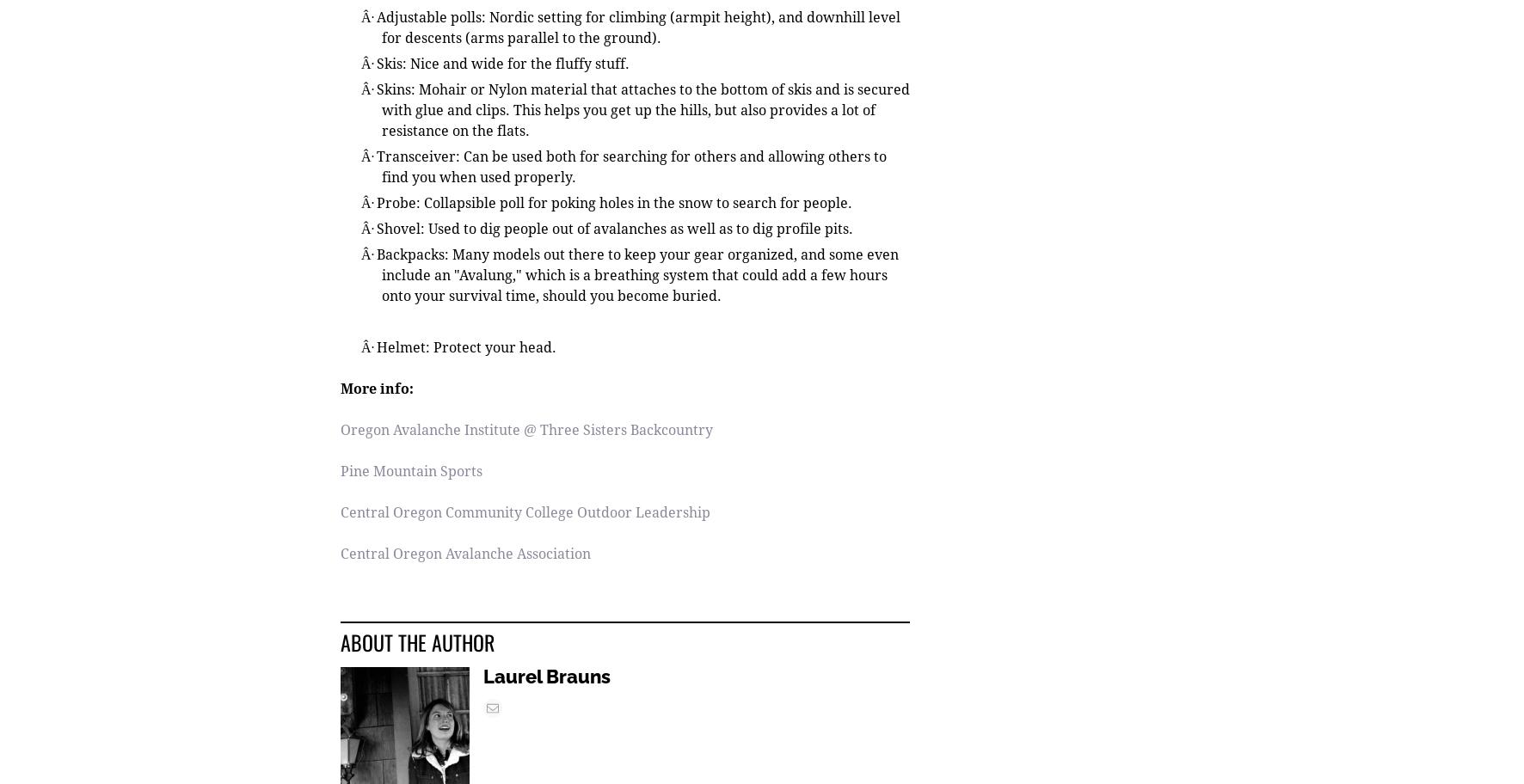 The height and width of the screenshot is (784, 1524). Describe the element at coordinates (482, 678) in the screenshot. I see `'Laurel Brauns'` at that location.